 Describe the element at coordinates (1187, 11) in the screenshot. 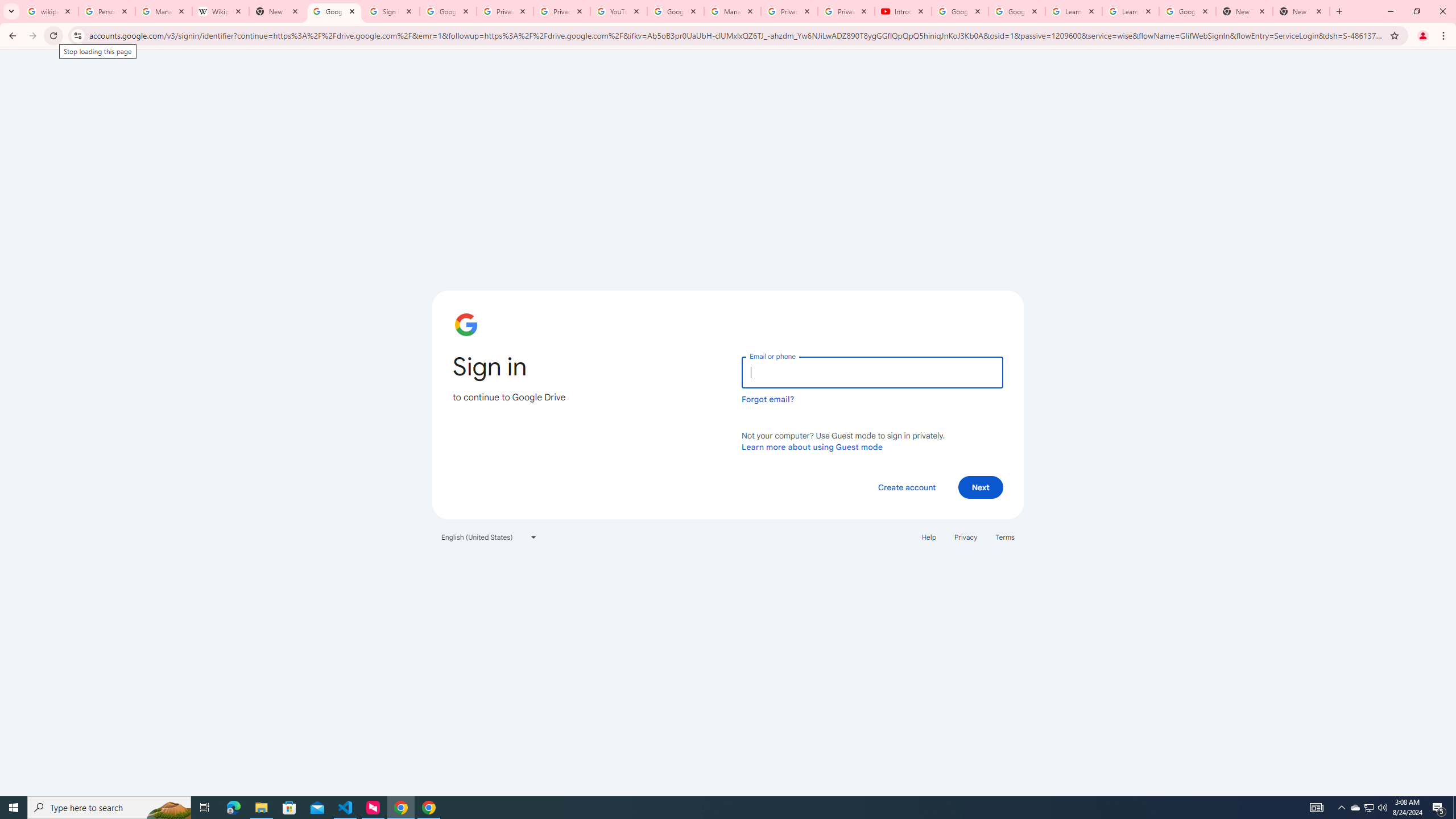

I see `'Google Account'` at that location.